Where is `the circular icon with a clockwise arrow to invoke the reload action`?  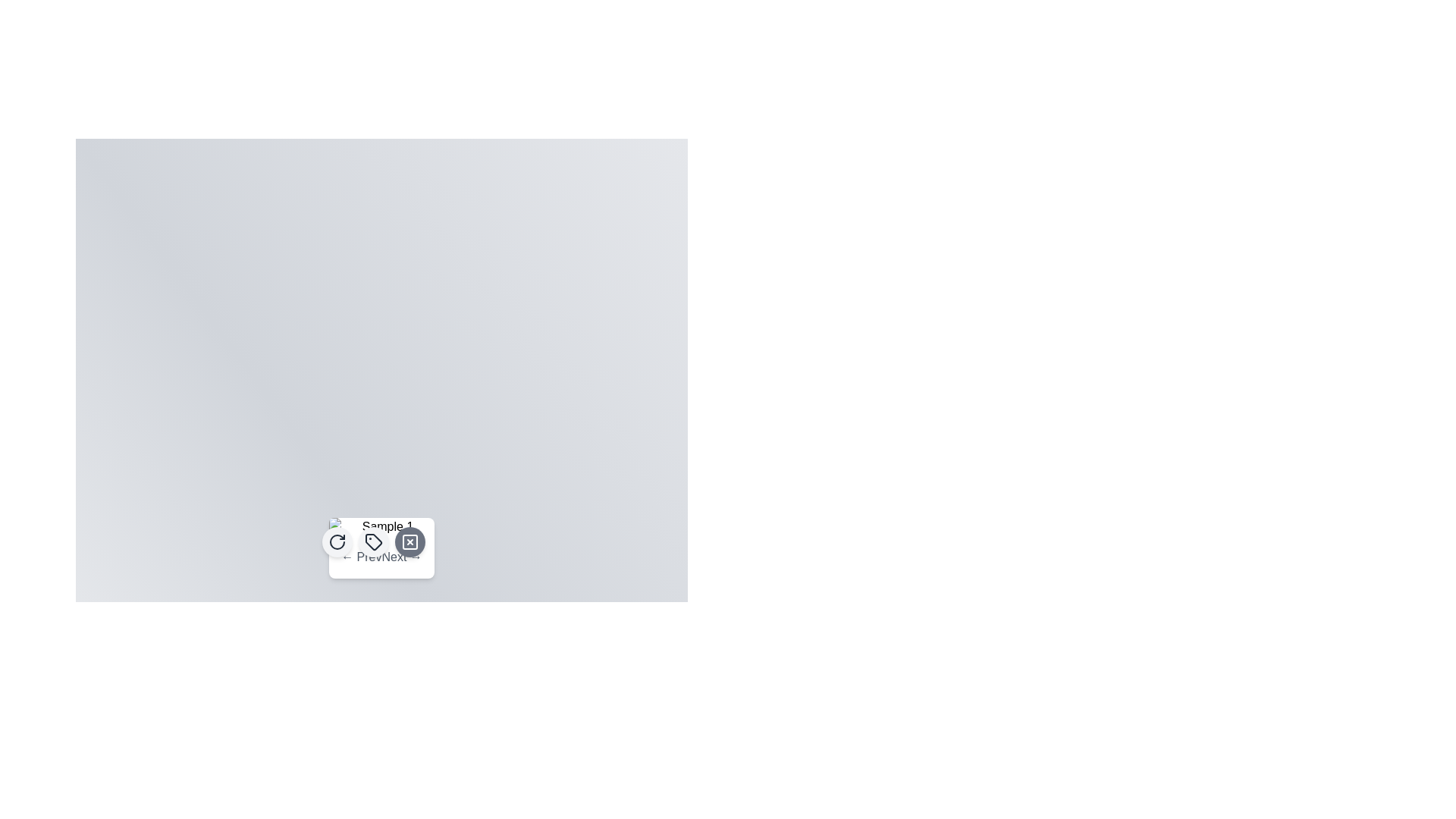
the circular icon with a clockwise arrow to invoke the reload action is located at coordinates (336, 541).